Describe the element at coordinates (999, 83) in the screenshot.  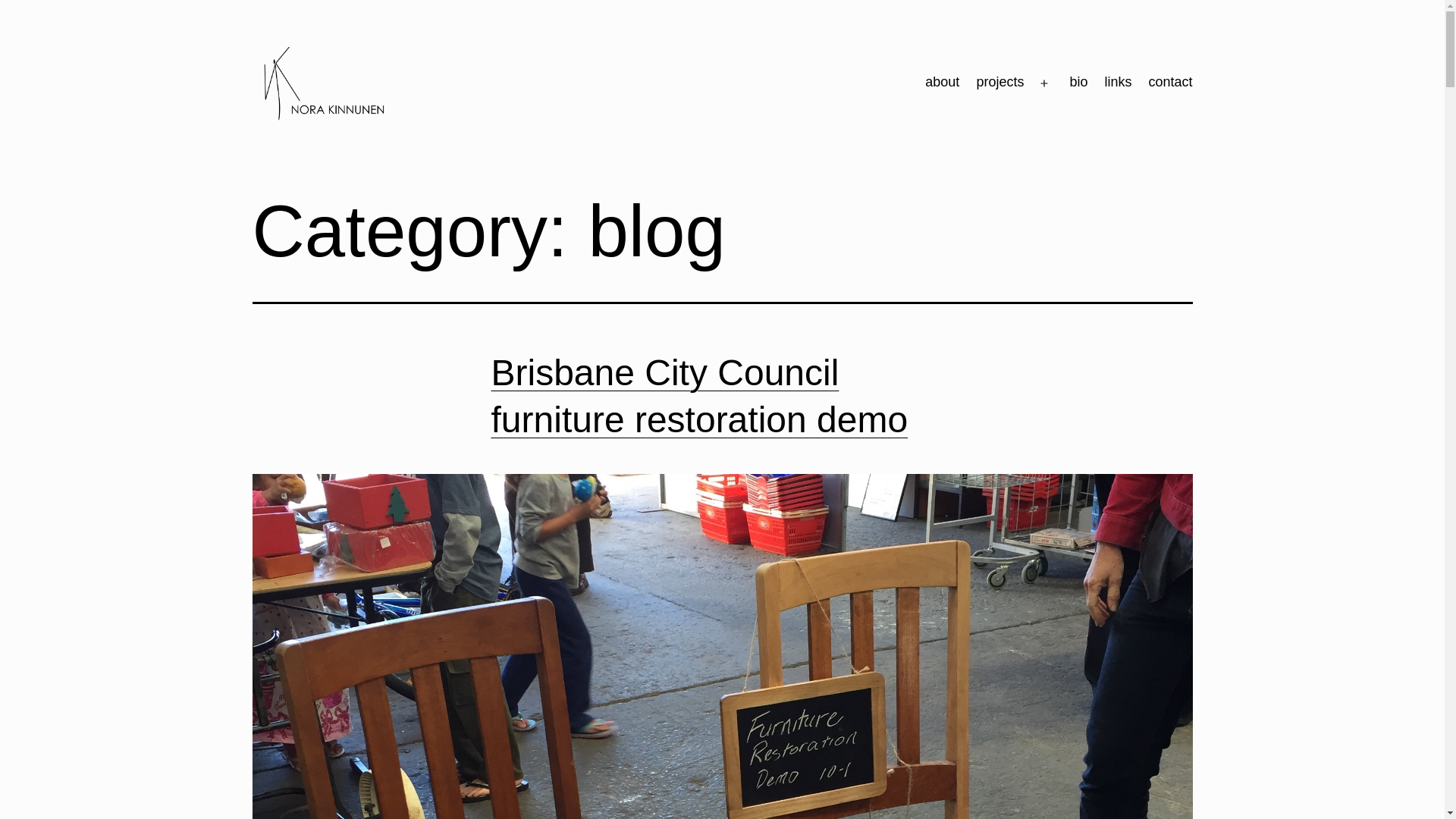
I see `'projects'` at that location.